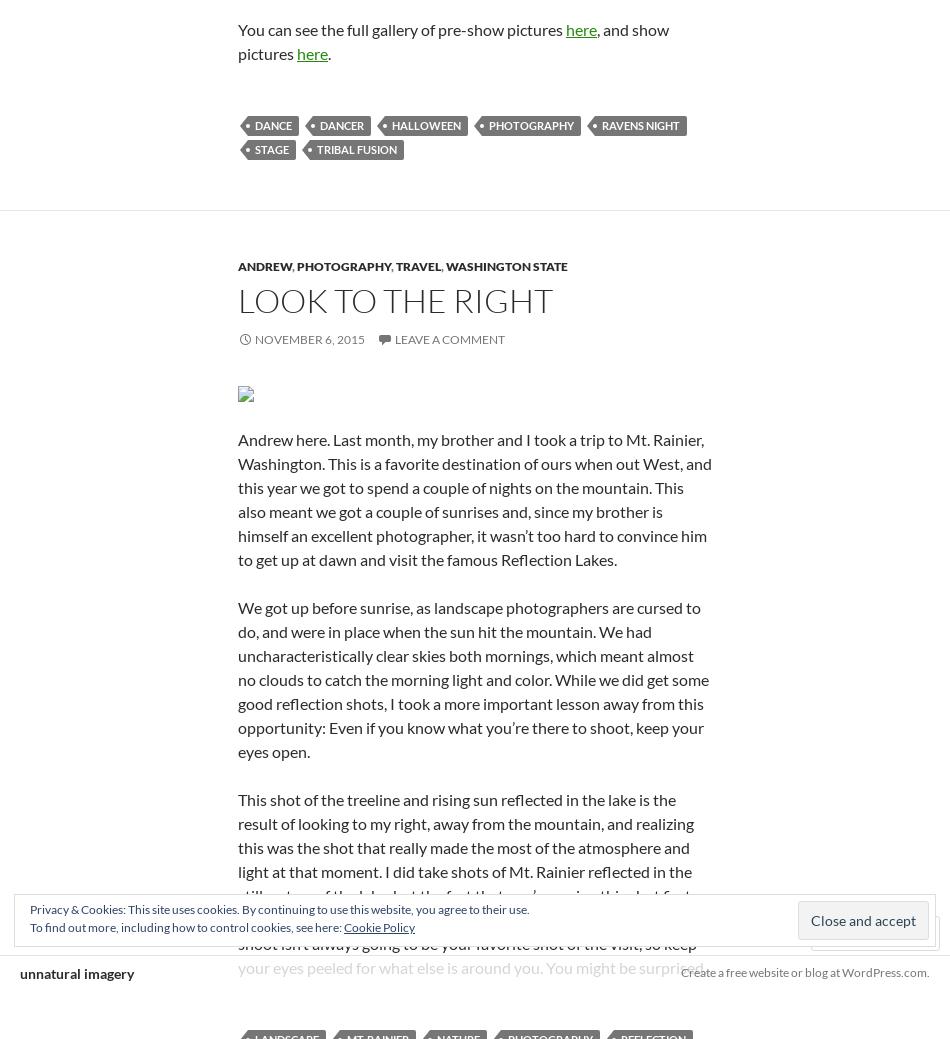  I want to click on 'dance', so click(272, 124).